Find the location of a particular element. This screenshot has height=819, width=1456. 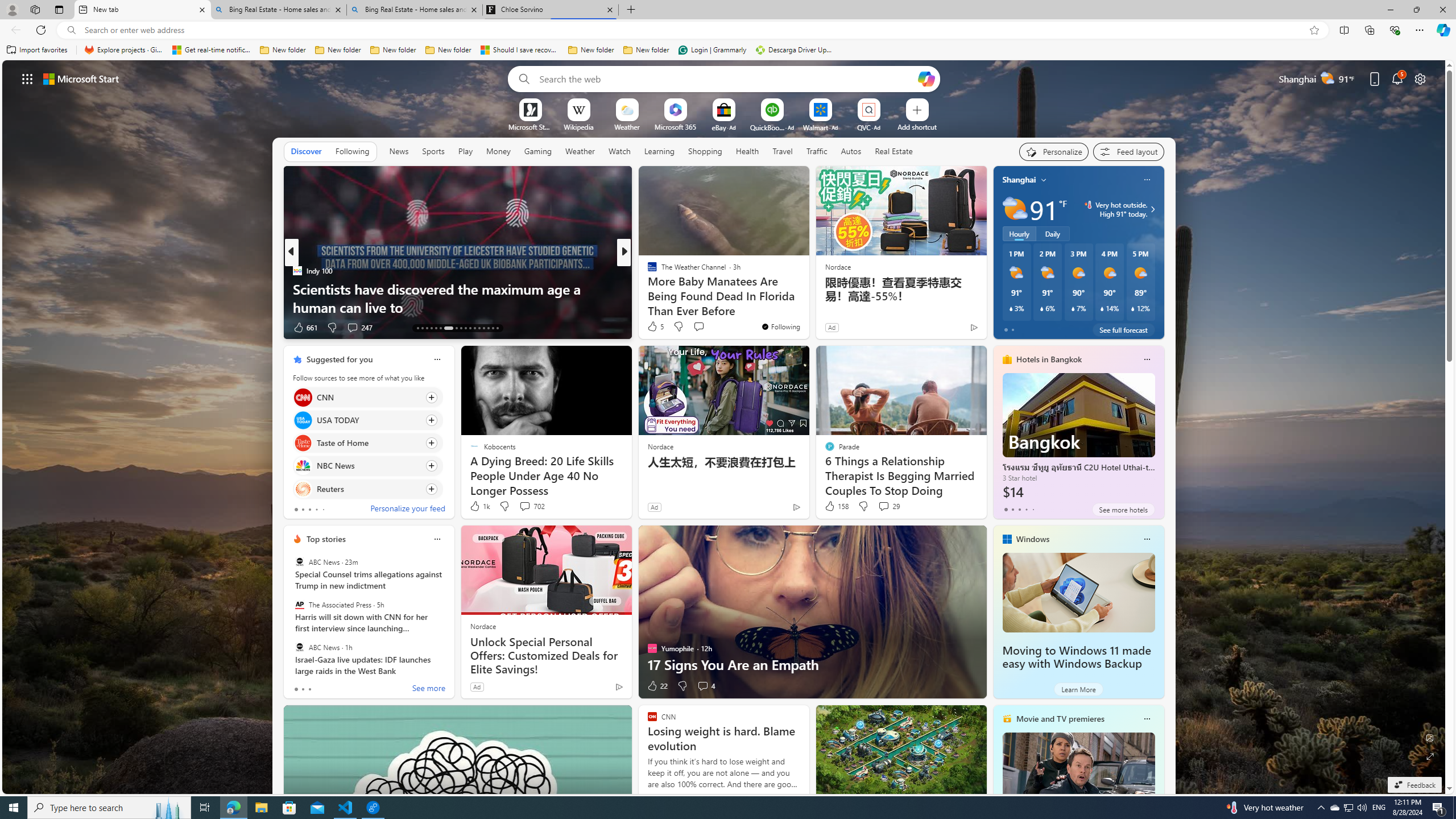

'View comments 7 Comment' is located at coordinates (698, 326).